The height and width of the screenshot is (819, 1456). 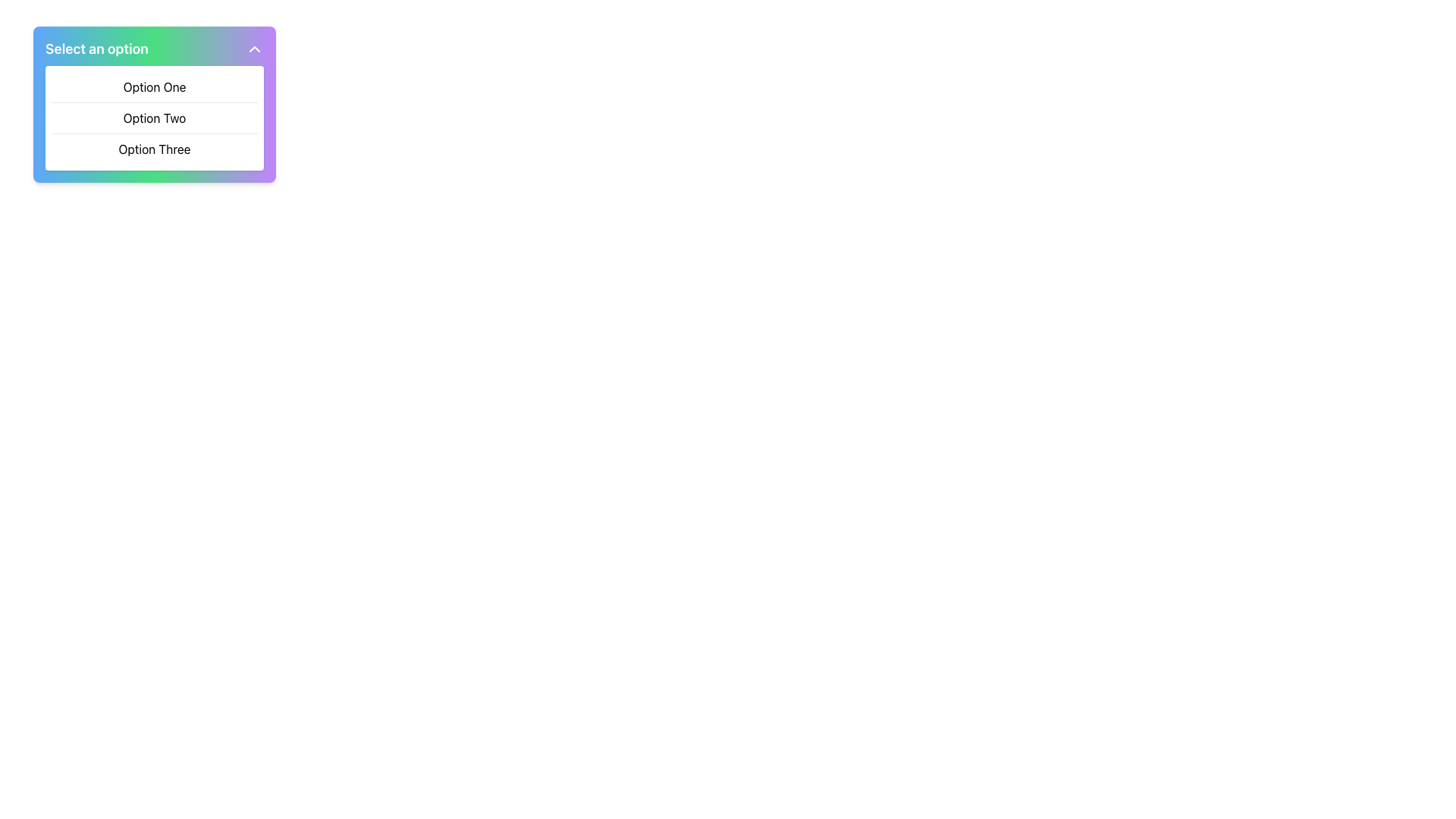 I want to click on the button located in the top-right corner of the dropdown interface, so click(x=255, y=49).